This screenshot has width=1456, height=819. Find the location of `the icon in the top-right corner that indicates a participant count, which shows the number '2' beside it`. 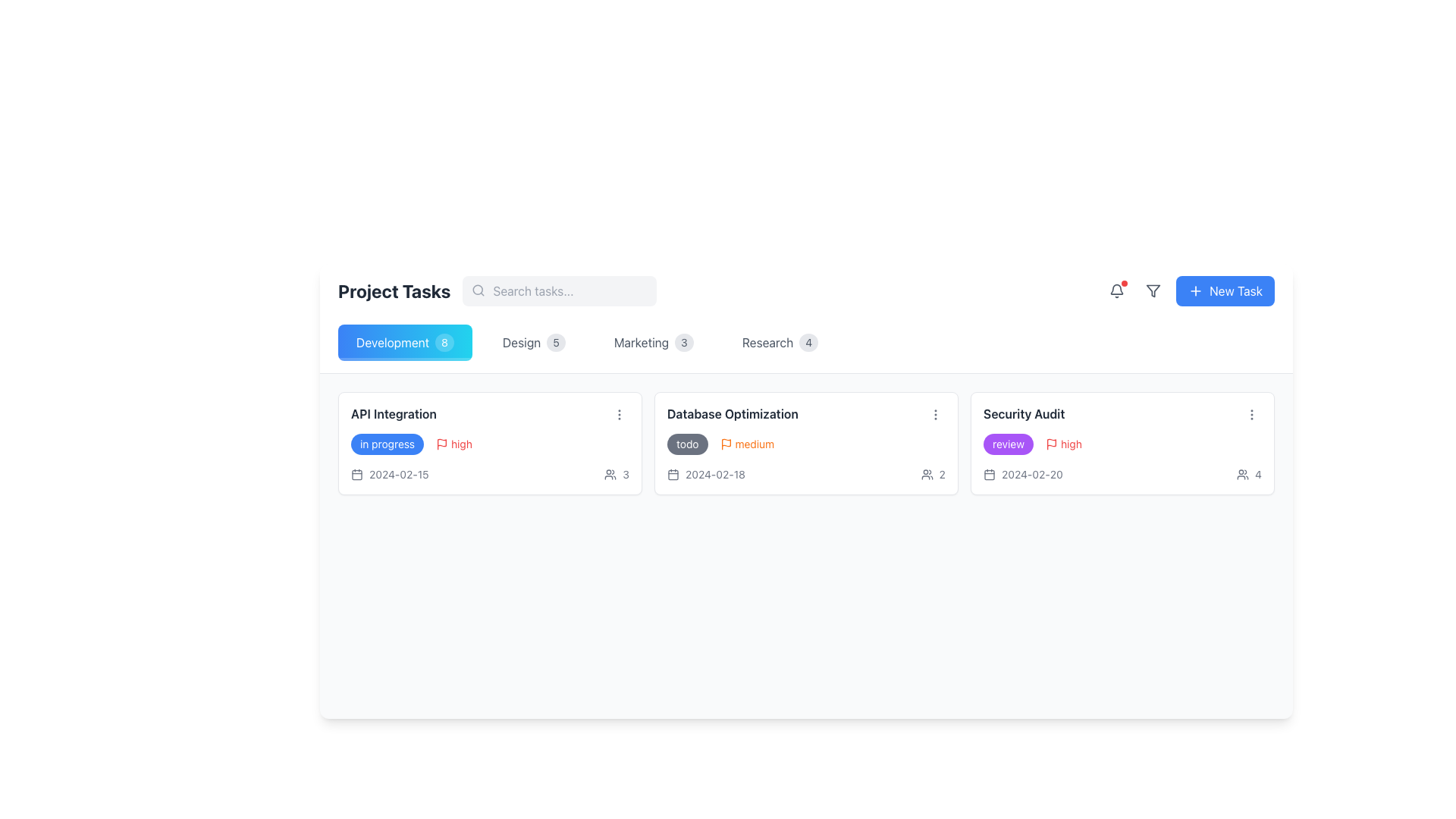

the icon in the top-right corner that indicates a participant count, which shows the number '2' beside it is located at coordinates (926, 473).